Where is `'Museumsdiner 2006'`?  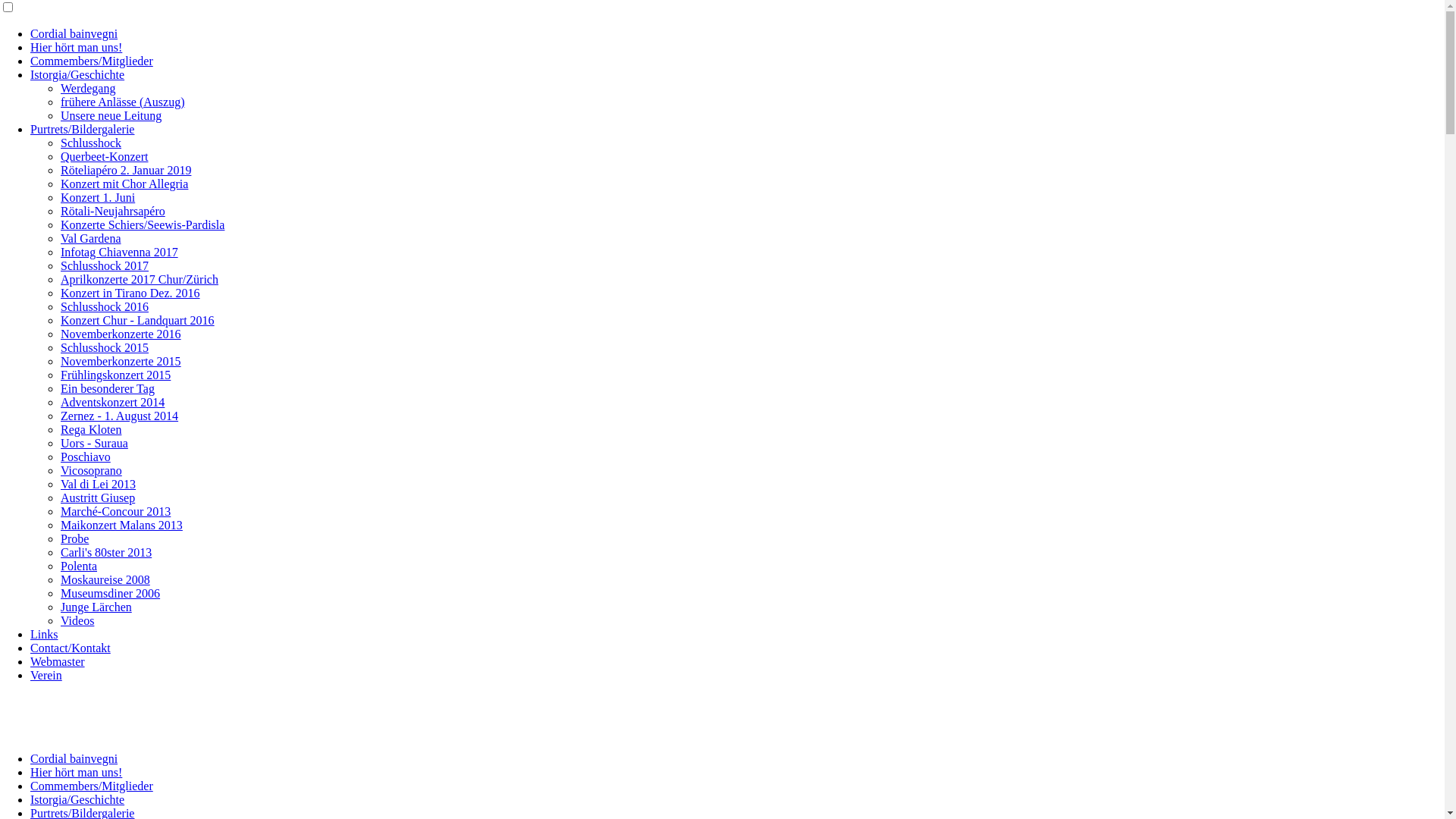 'Museumsdiner 2006' is located at coordinates (109, 592).